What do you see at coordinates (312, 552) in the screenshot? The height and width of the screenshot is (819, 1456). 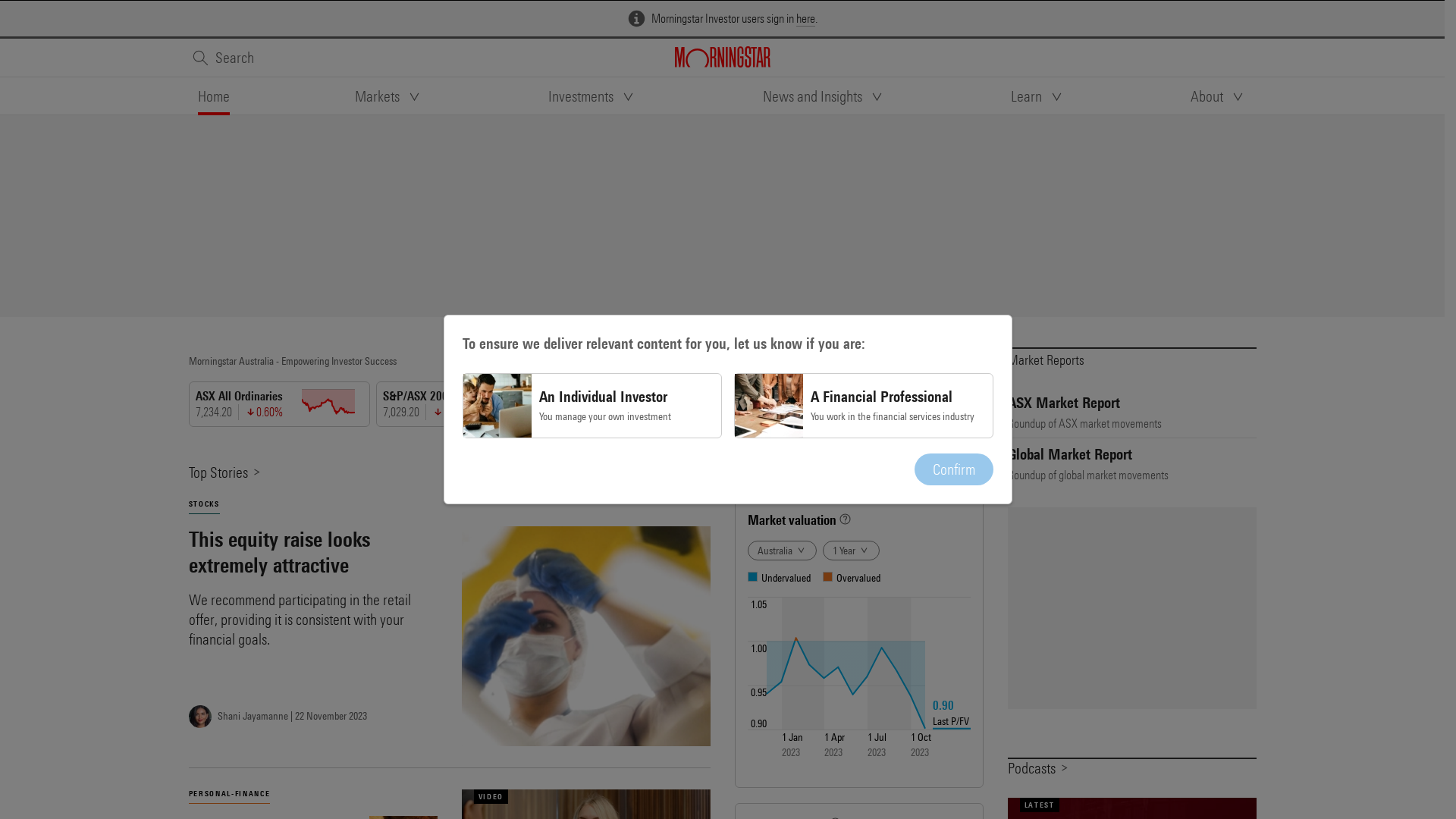 I see `'This equity raise looks extremely attractive'` at bounding box center [312, 552].